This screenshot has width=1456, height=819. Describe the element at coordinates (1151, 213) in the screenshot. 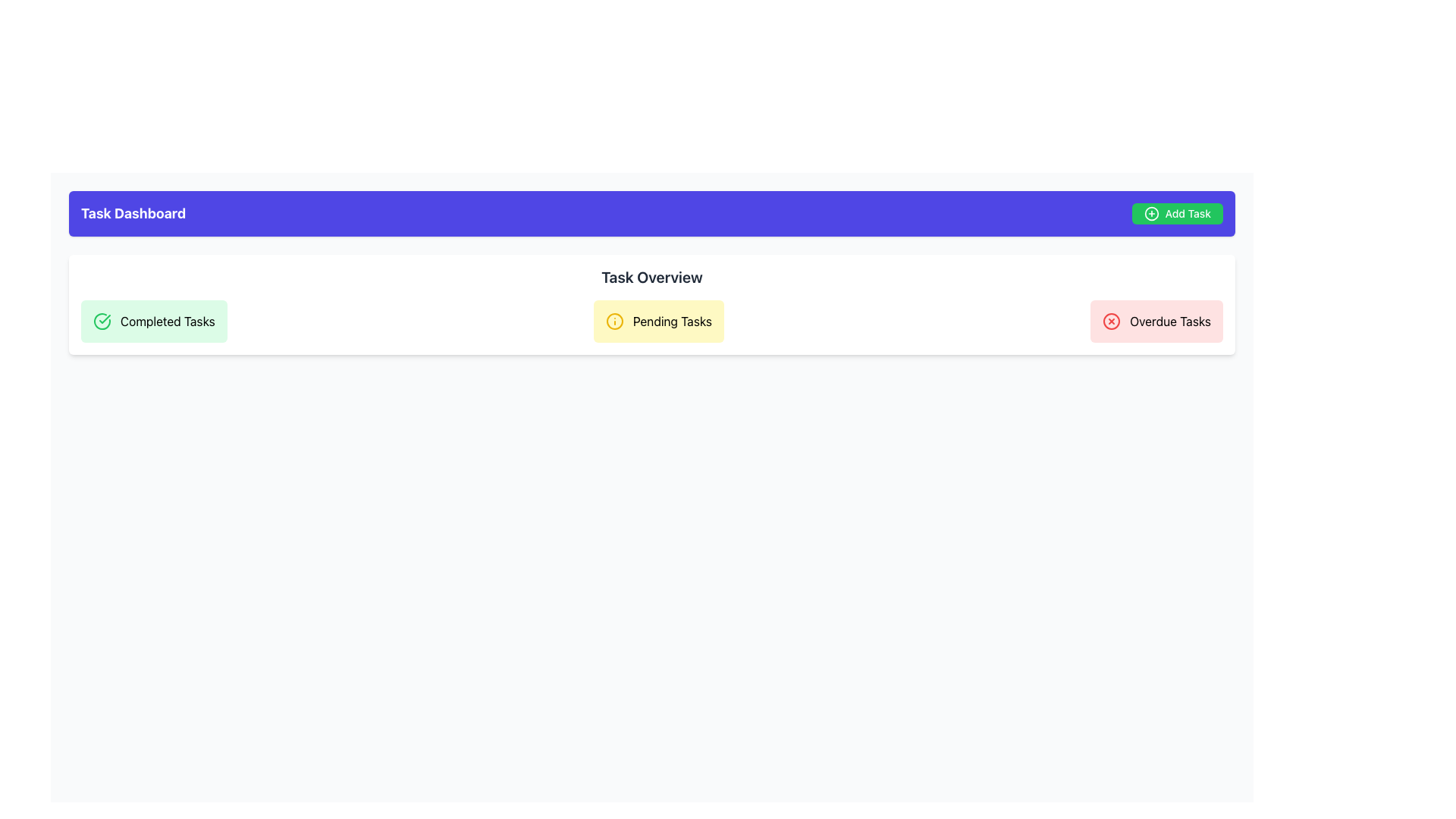

I see `the outer circular component of the plus icon within the green 'Add Task' button located in the top-right corner of the interface` at that location.